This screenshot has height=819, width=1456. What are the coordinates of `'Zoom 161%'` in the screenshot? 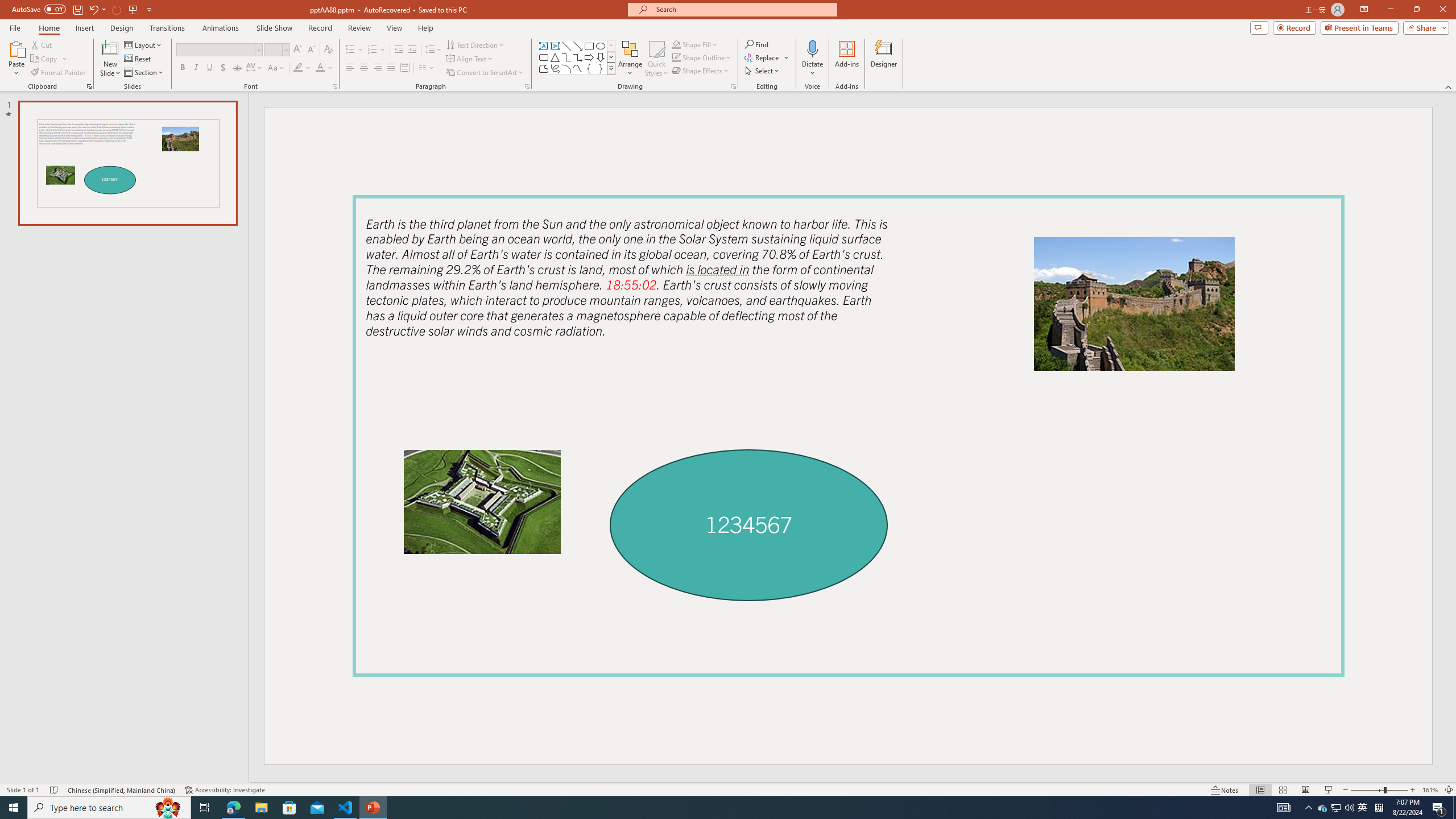 It's located at (1430, 790).